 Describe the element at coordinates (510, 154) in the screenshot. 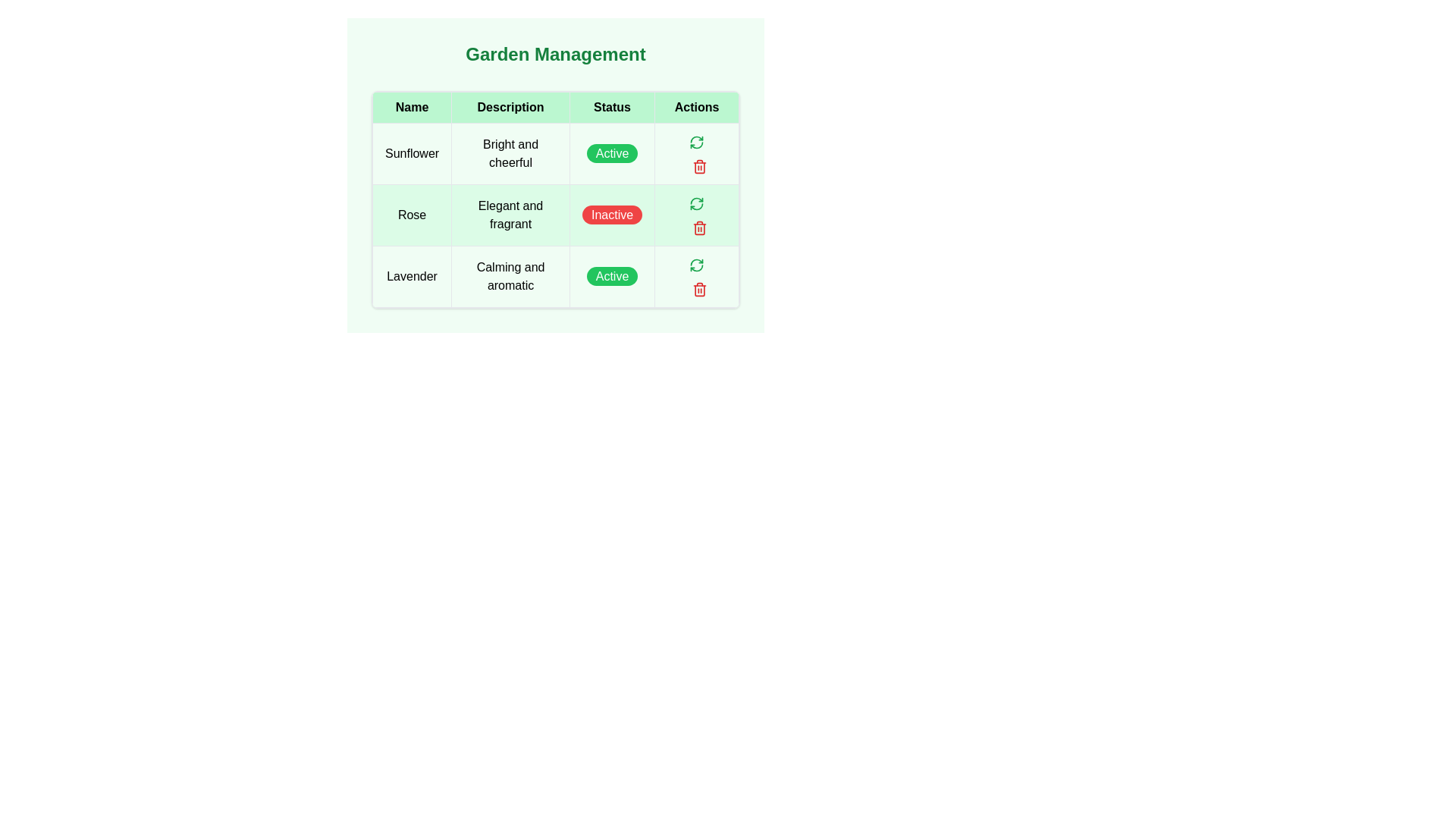

I see `the descriptive text element for 'Sunflower' located in the second column of the first row in the table` at that location.